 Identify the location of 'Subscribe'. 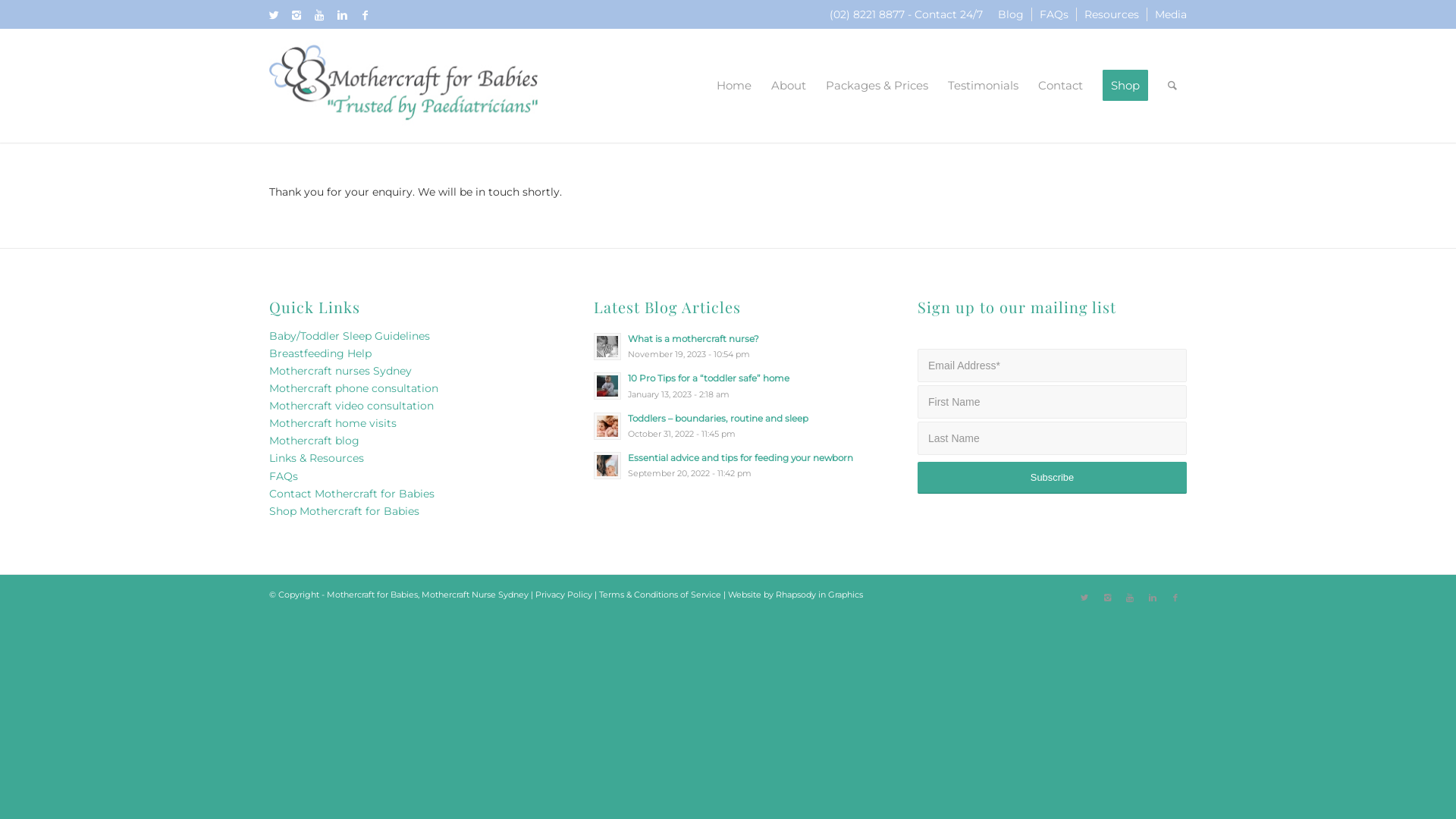
(1051, 476).